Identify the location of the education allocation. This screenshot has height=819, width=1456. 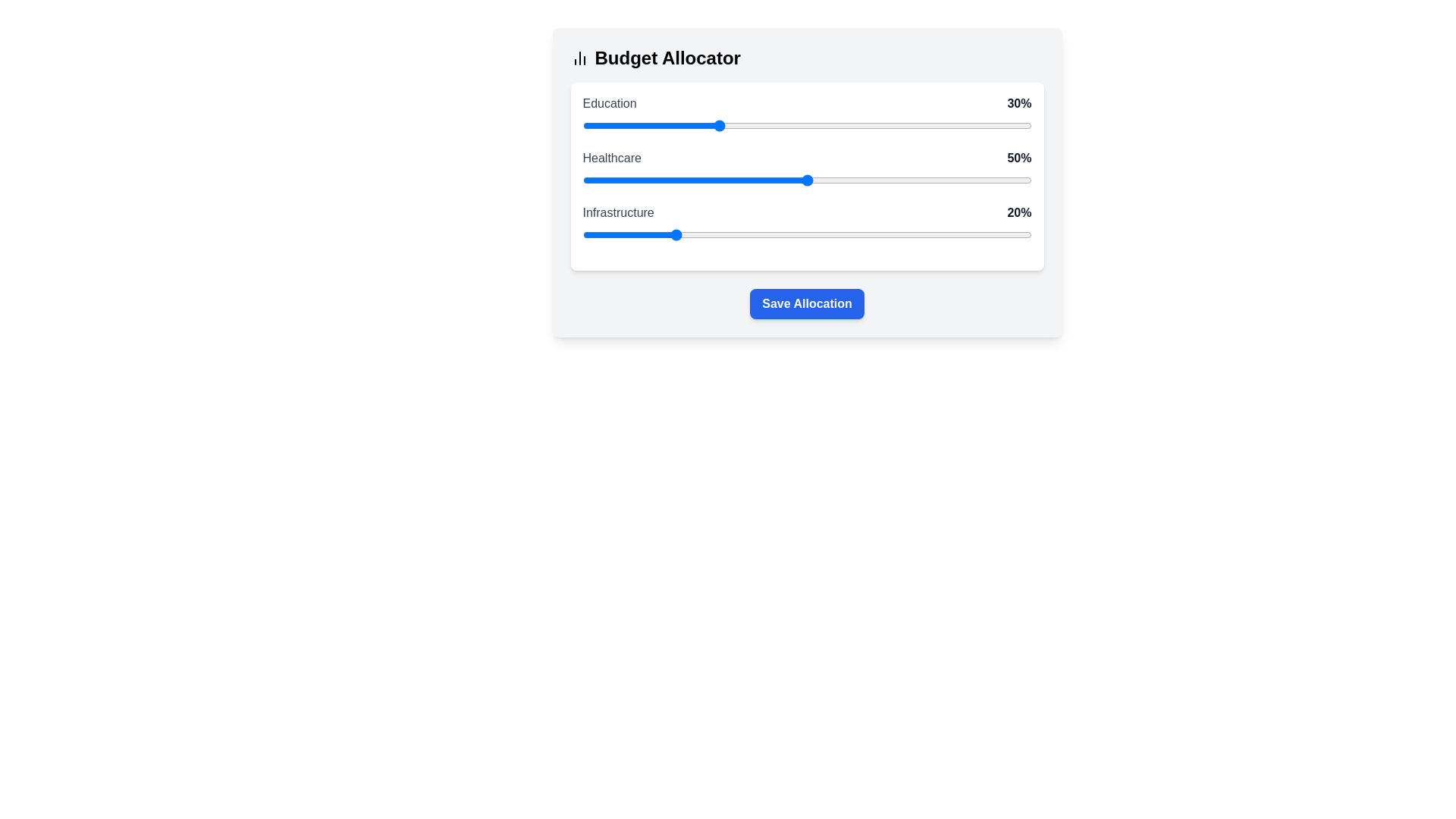
(932, 124).